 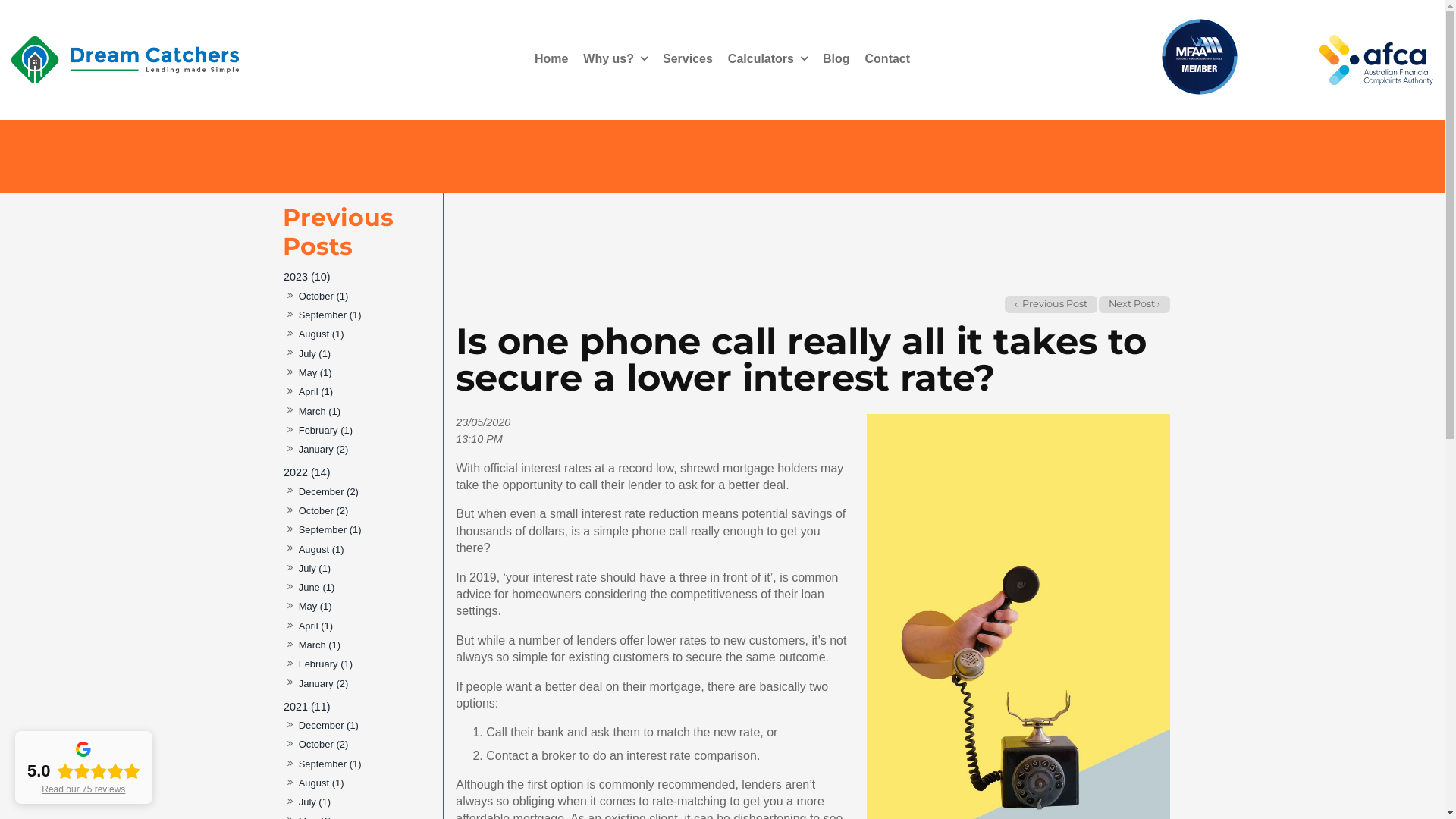 What do you see at coordinates (1099, 304) in the screenshot?
I see `'Next Post'` at bounding box center [1099, 304].